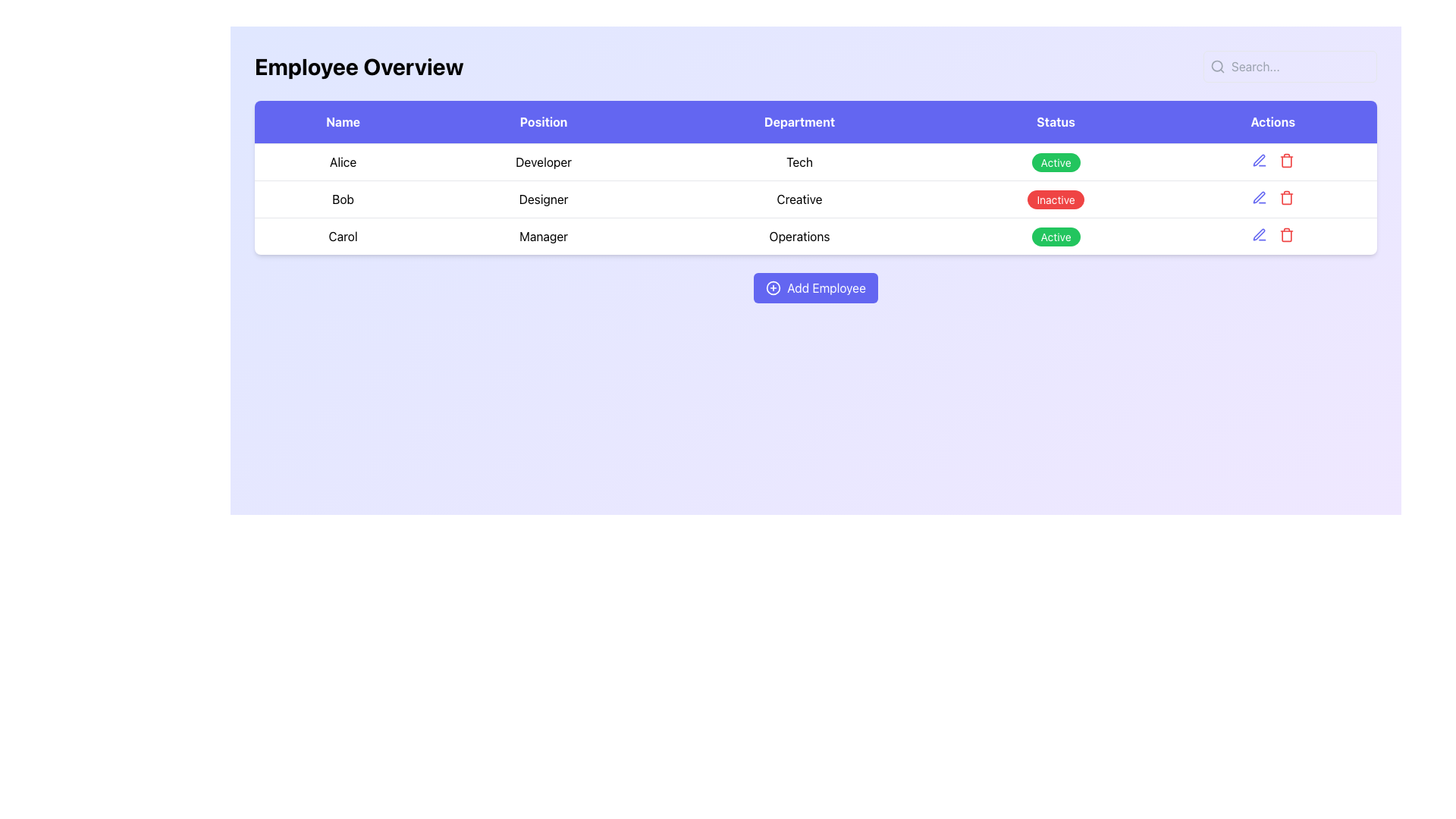  What do you see at coordinates (799, 236) in the screenshot?
I see `the text label displaying 'Operations' which is the third item in the row under the 'Department' column in the 'Employee Overview' table` at bounding box center [799, 236].